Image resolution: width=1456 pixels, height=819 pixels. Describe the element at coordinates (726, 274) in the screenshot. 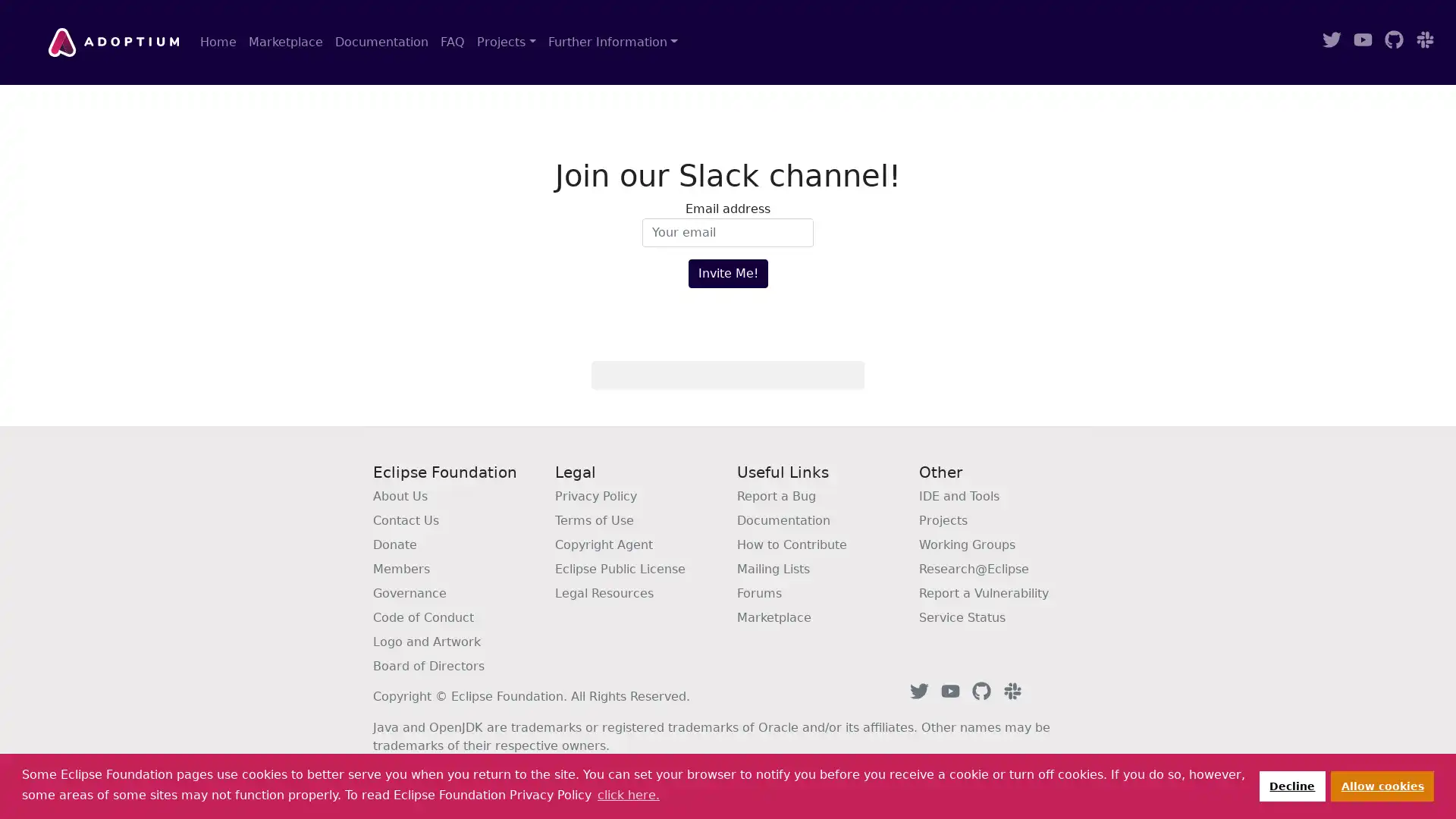

I see `Invite Me!` at that location.